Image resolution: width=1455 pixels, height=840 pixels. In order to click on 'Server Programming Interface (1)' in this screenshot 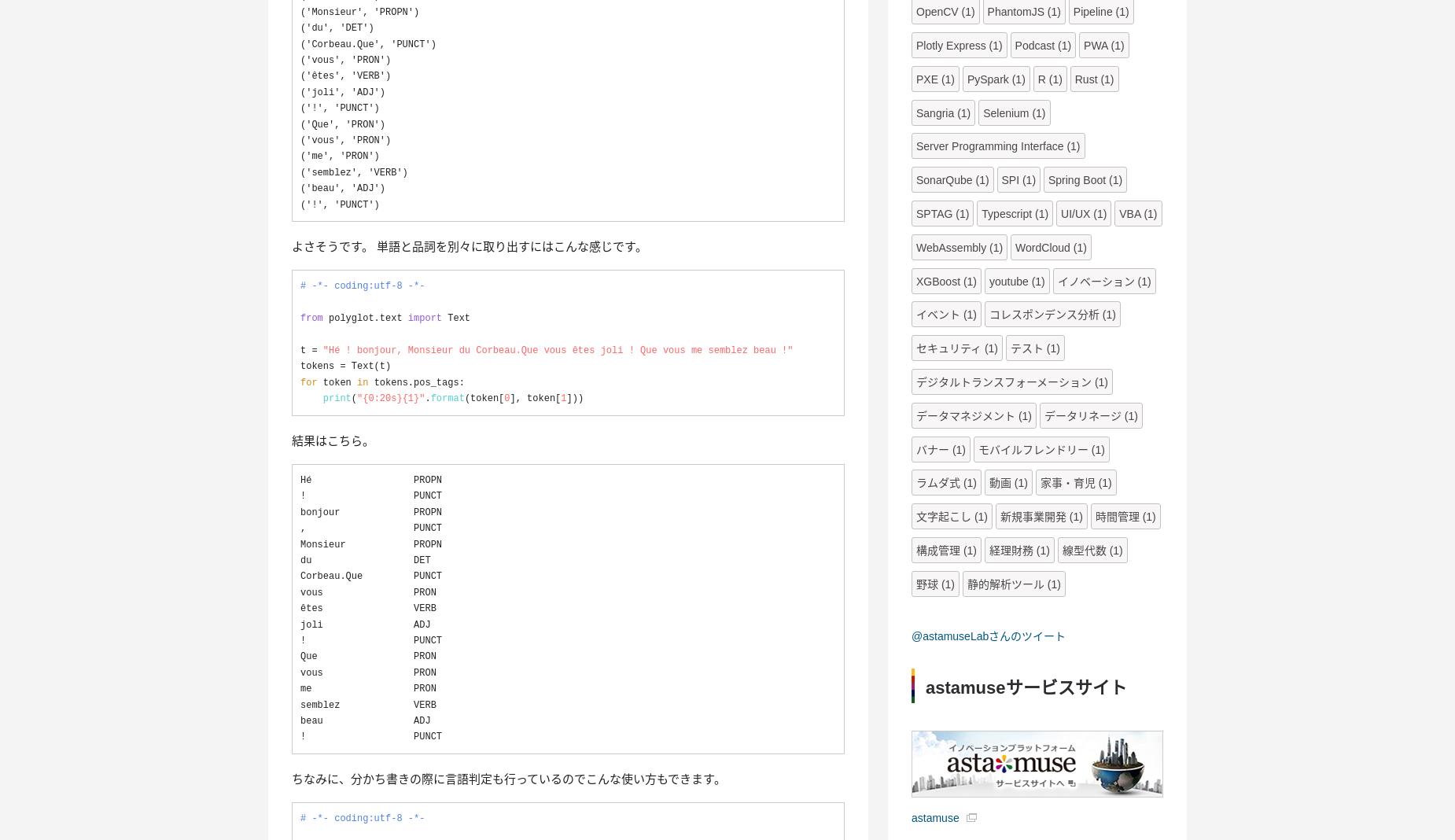, I will do `click(915, 146)`.